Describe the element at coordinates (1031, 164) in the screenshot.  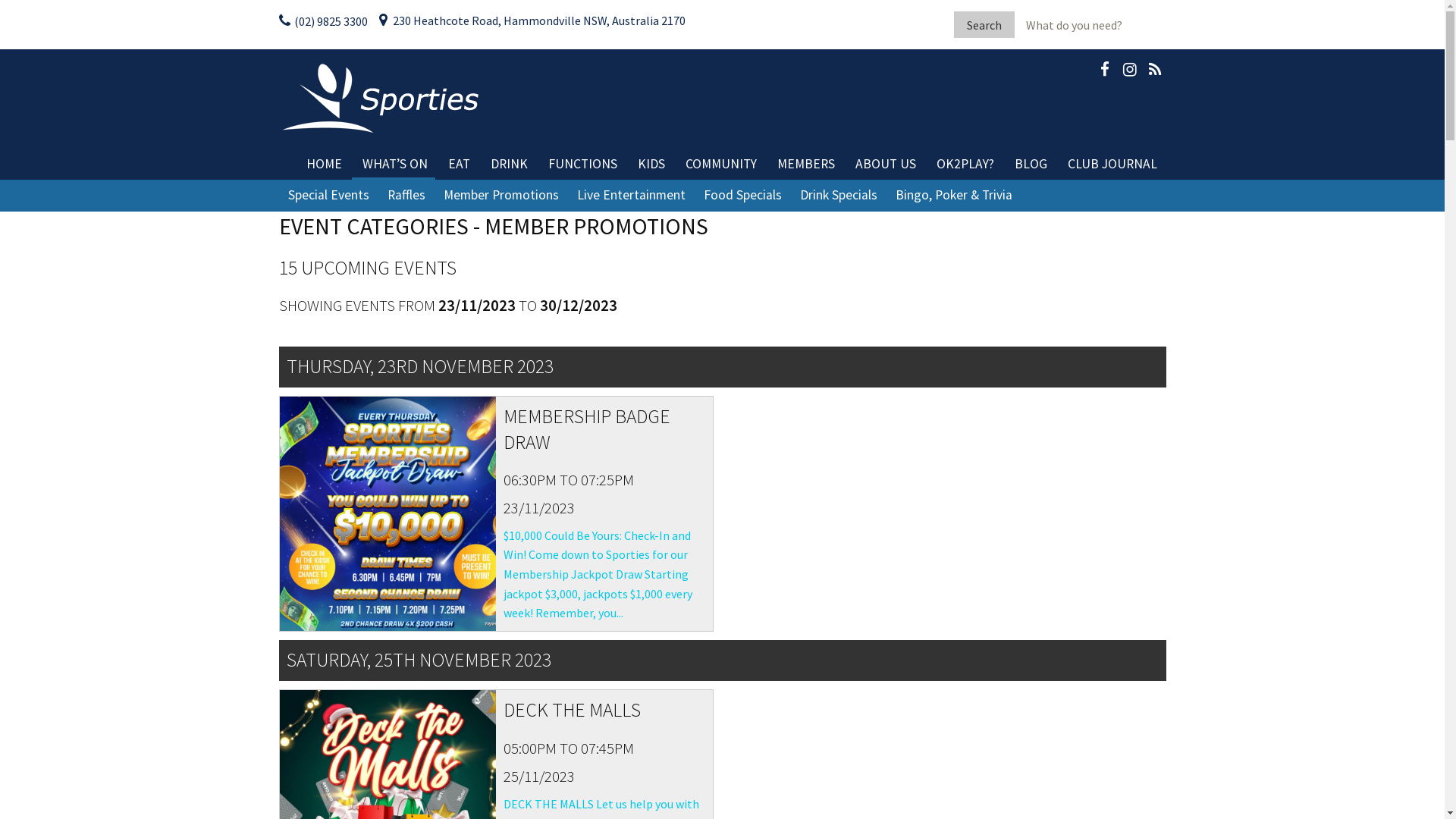
I see `'BLOG'` at that location.